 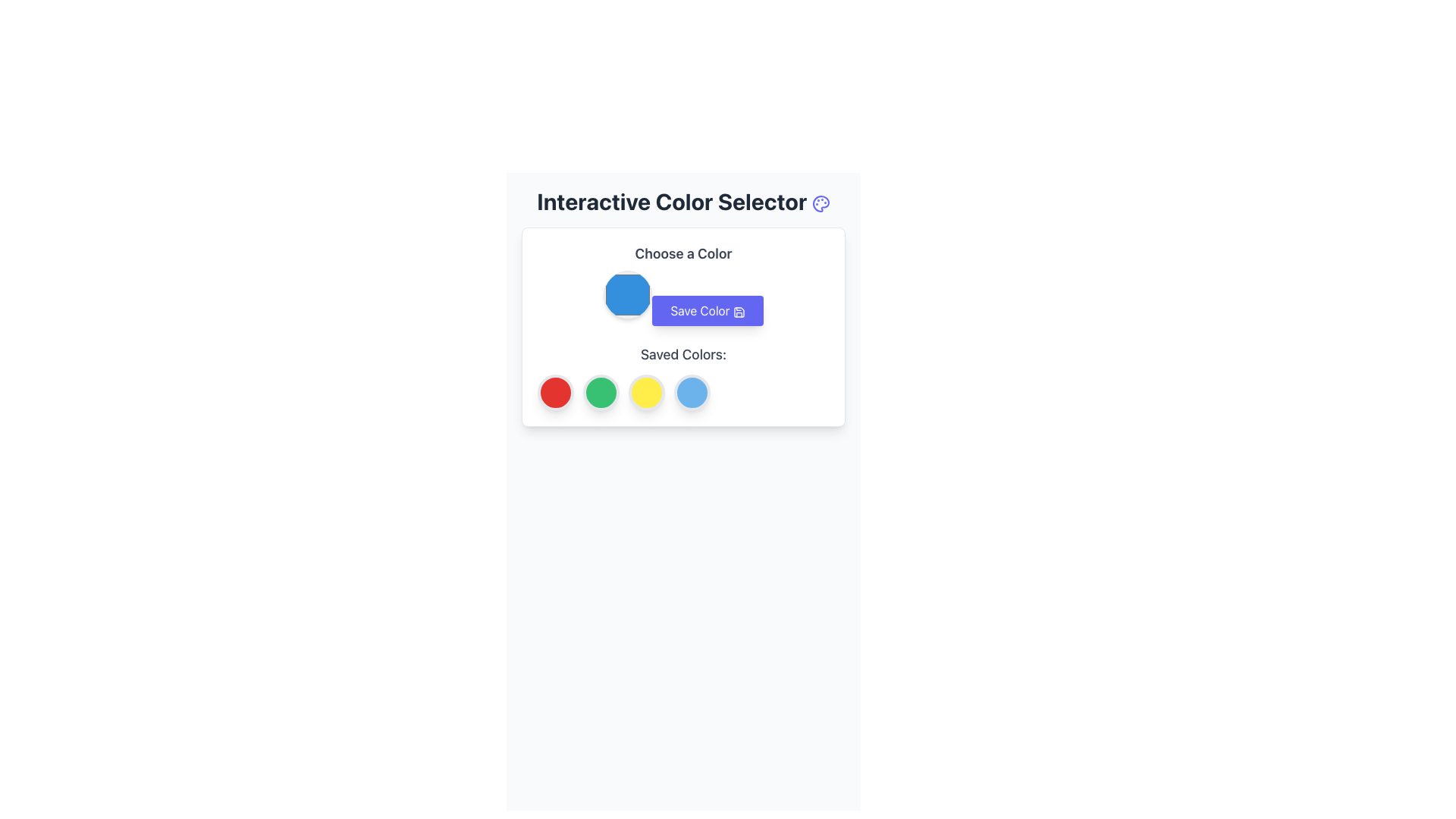 I want to click on the color input in the Color Picker labeled 'Choose a Color', so click(x=628, y=295).